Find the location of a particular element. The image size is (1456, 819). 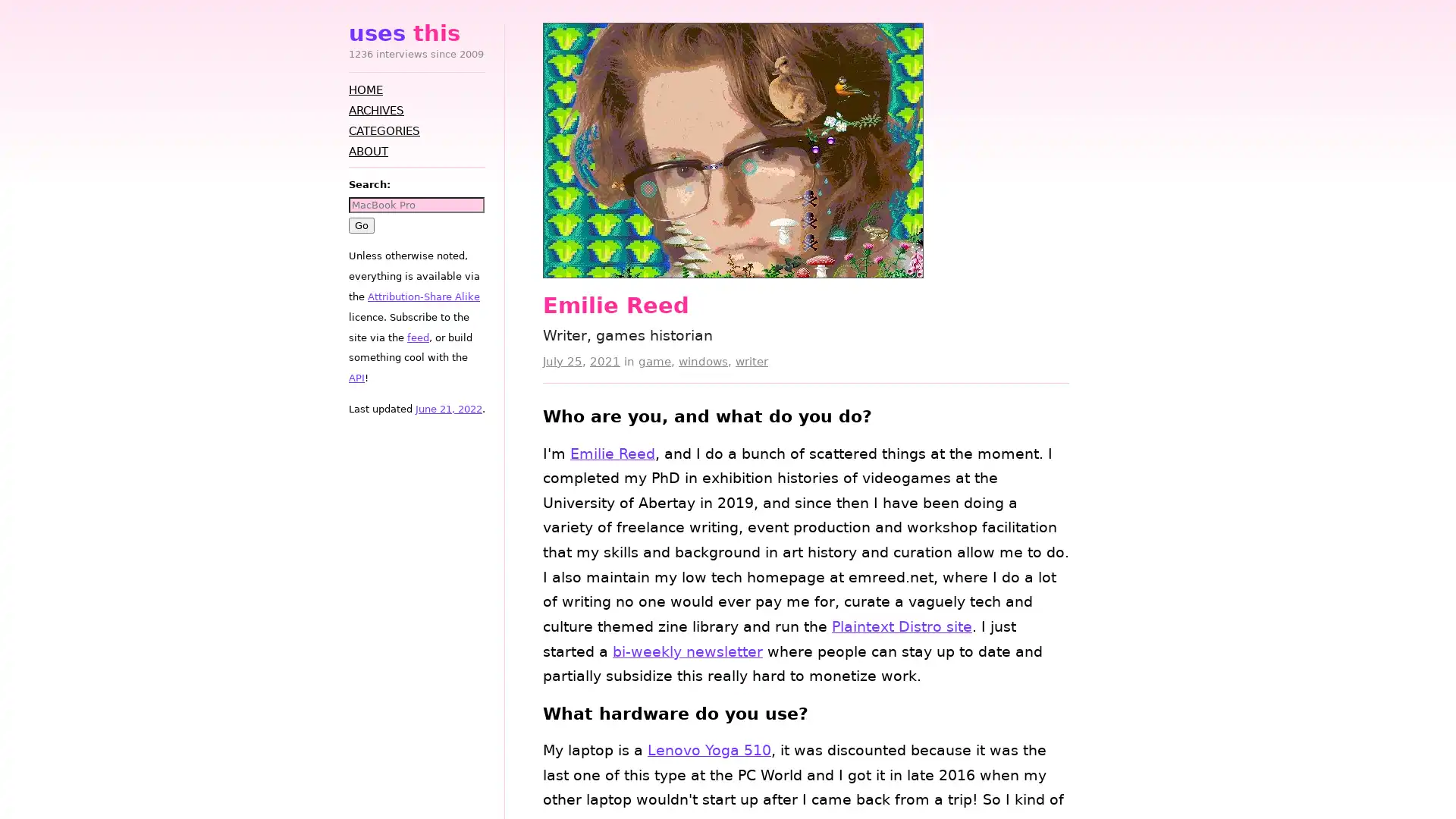

Go is located at coordinates (360, 224).